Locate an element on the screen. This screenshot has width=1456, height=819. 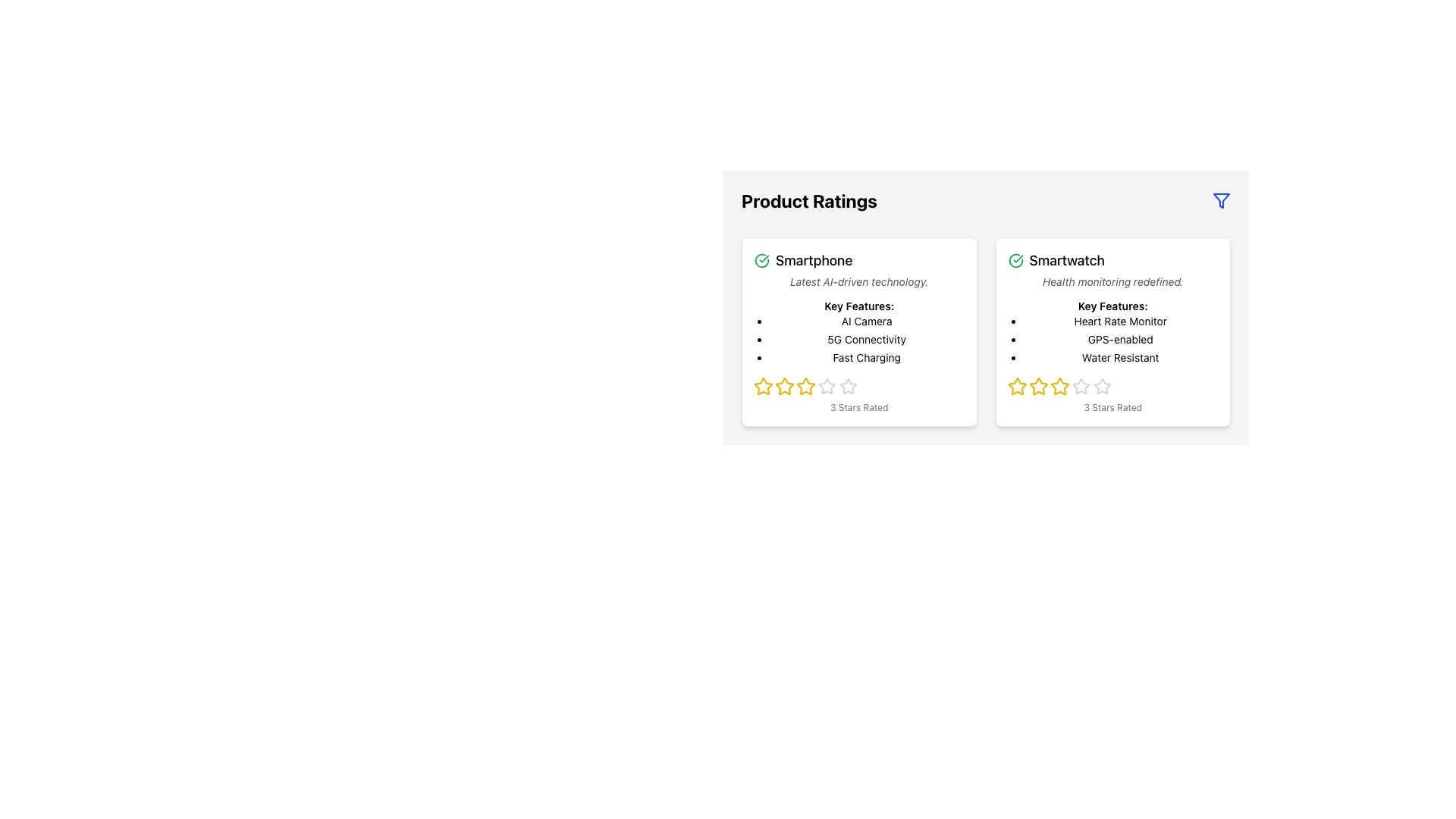
the text label displaying '3 Stars Rated' located below the star icons for the product 'Smartphone' is located at coordinates (859, 406).